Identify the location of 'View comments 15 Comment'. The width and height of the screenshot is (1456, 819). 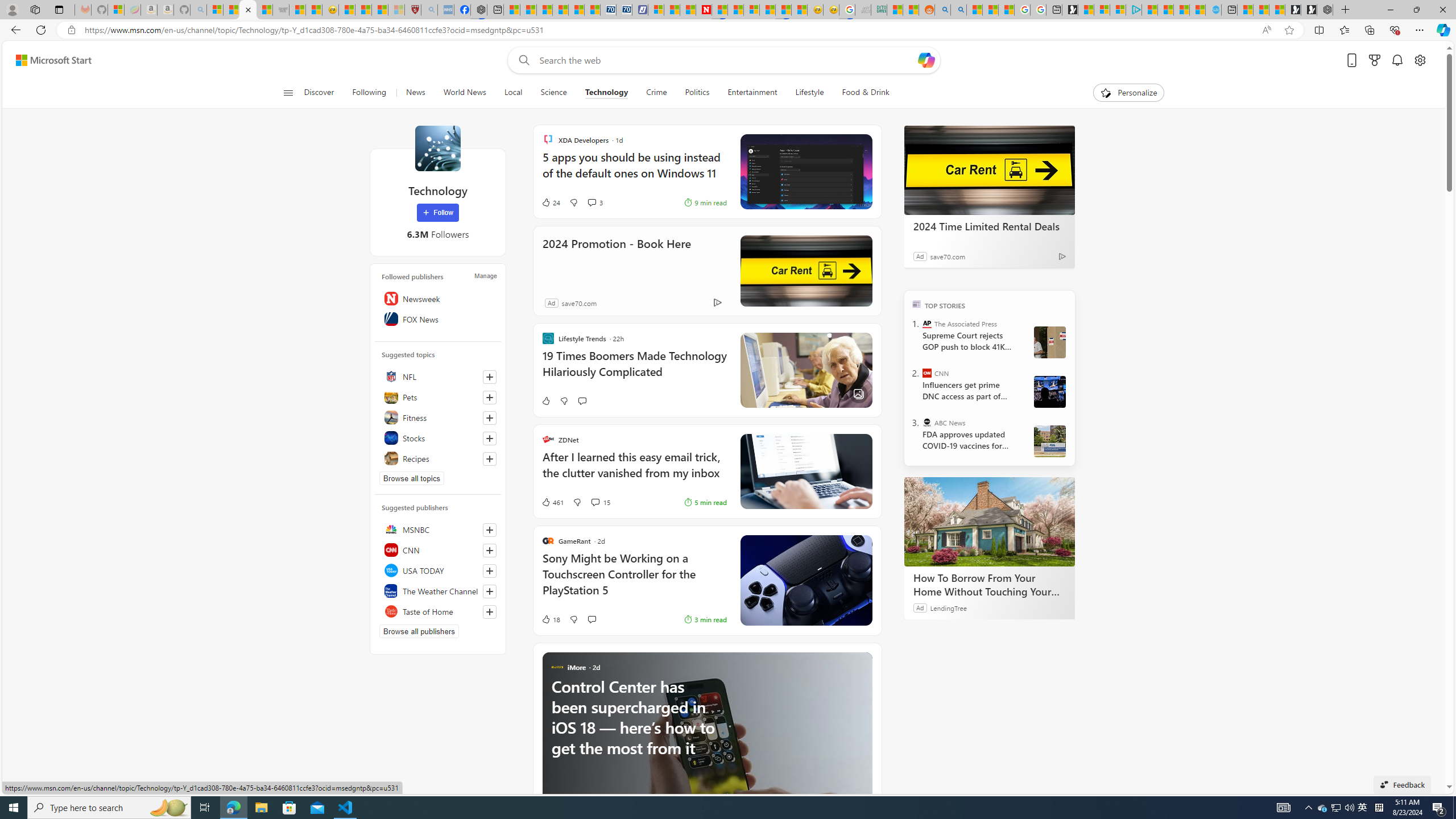
(594, 502).